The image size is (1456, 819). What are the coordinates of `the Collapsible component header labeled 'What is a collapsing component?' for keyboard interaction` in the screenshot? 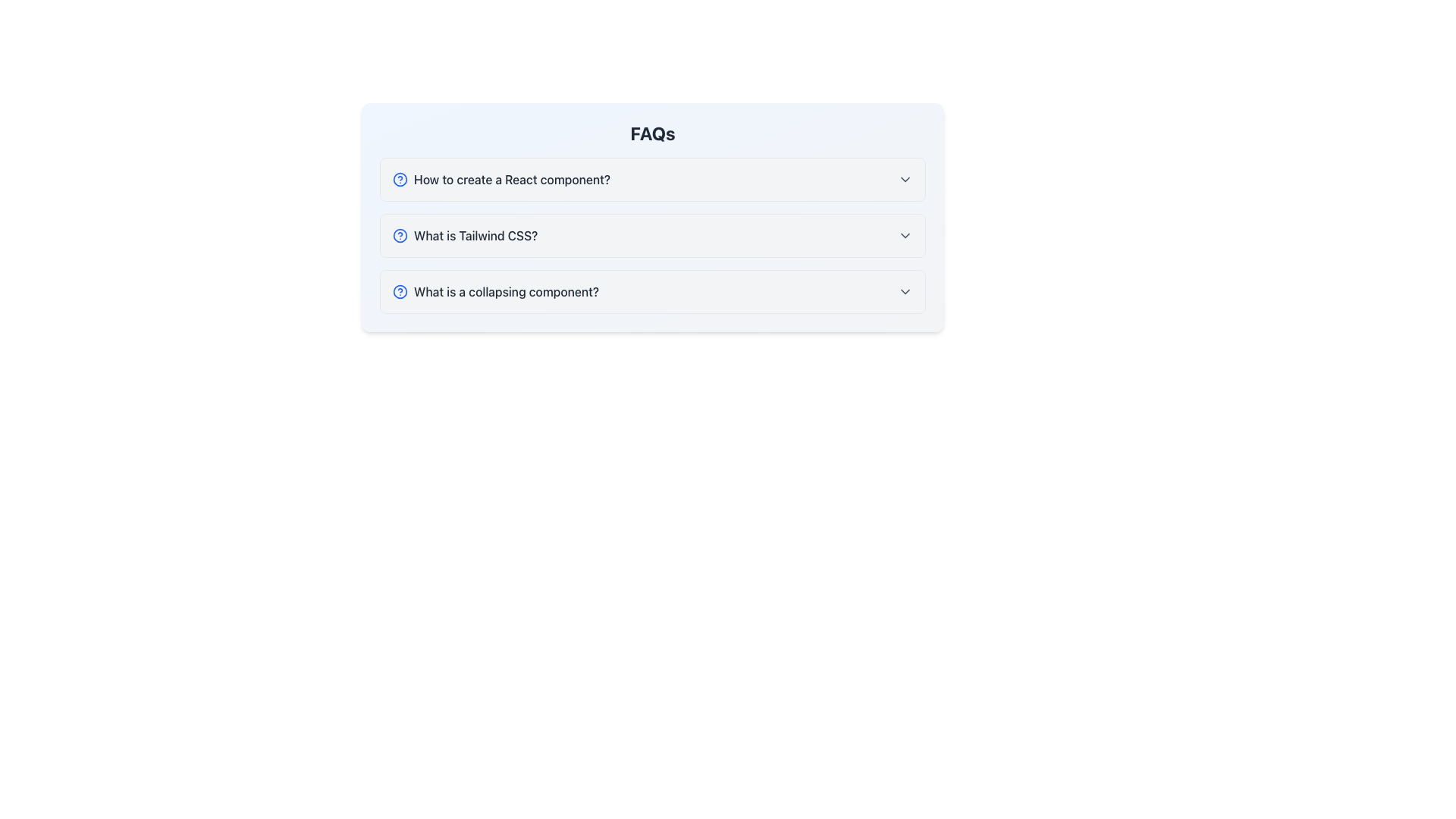 It's located at (652, 292).